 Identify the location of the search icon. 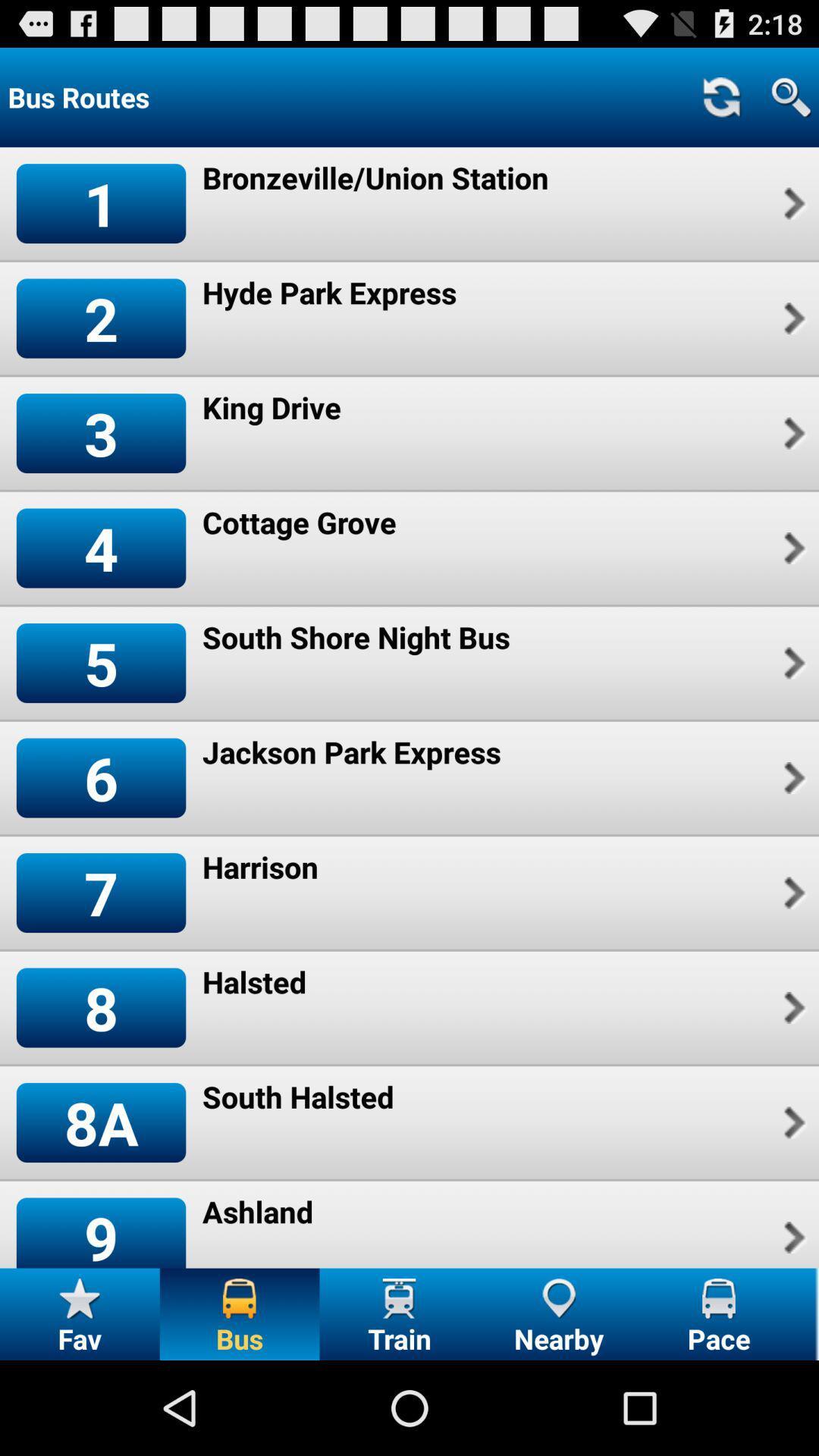
(790, 103).